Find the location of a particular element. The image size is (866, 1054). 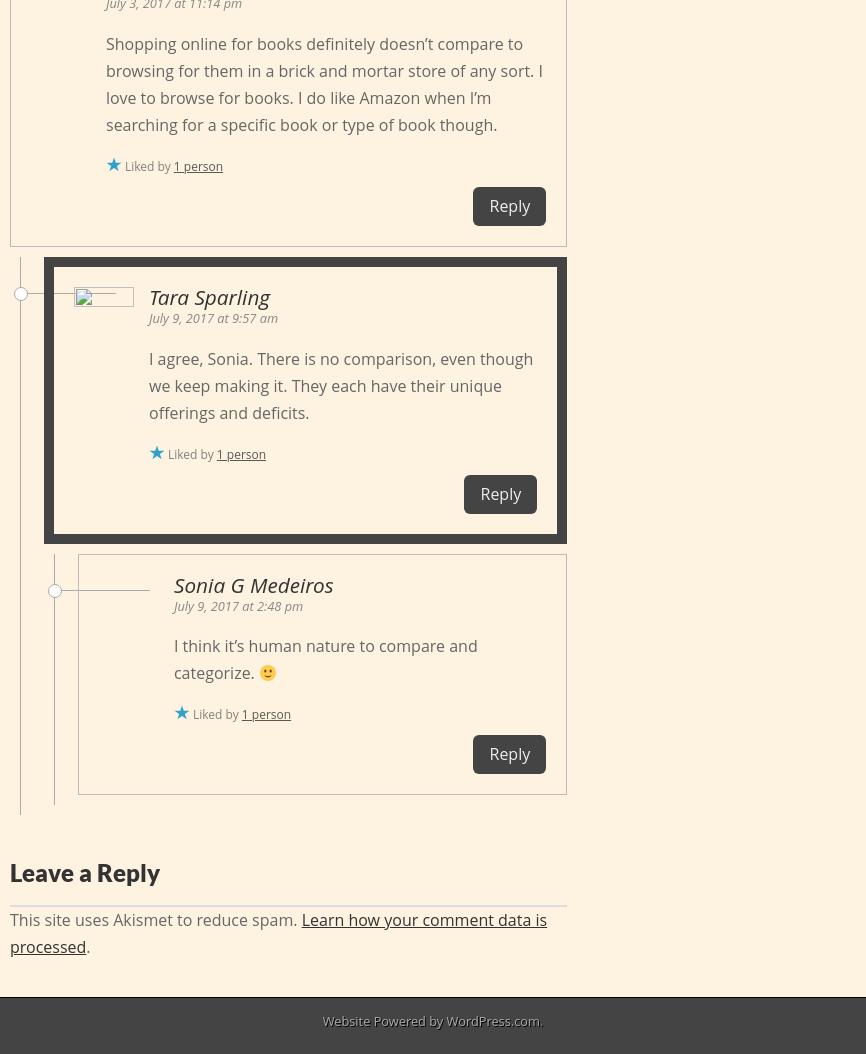

'I agree, Sonia. There is no comparison, even though we keep making it. They each have their unique offerings and deficits.' is located at coordinates (340, 384).